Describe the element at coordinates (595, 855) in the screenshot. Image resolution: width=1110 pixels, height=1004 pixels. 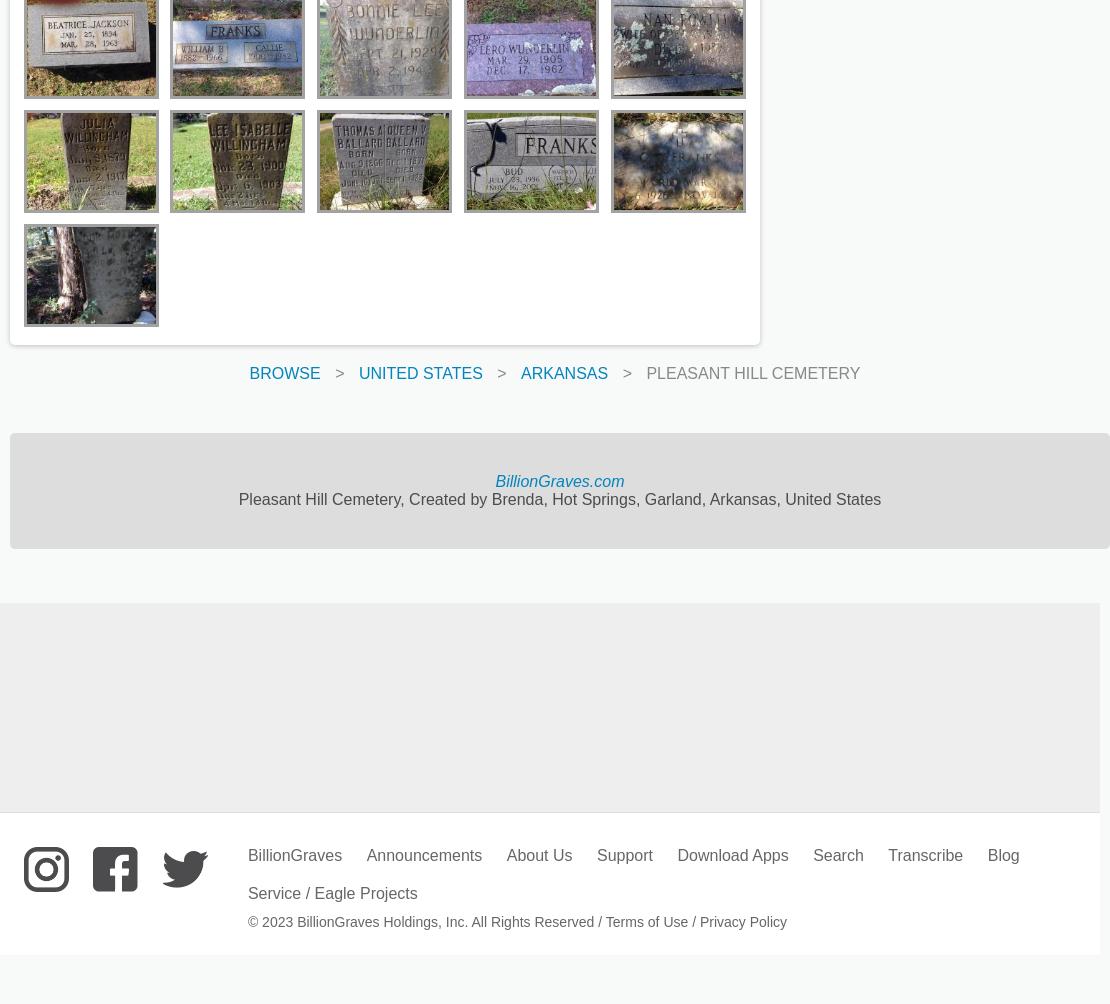
I see `'Support'` at that location.